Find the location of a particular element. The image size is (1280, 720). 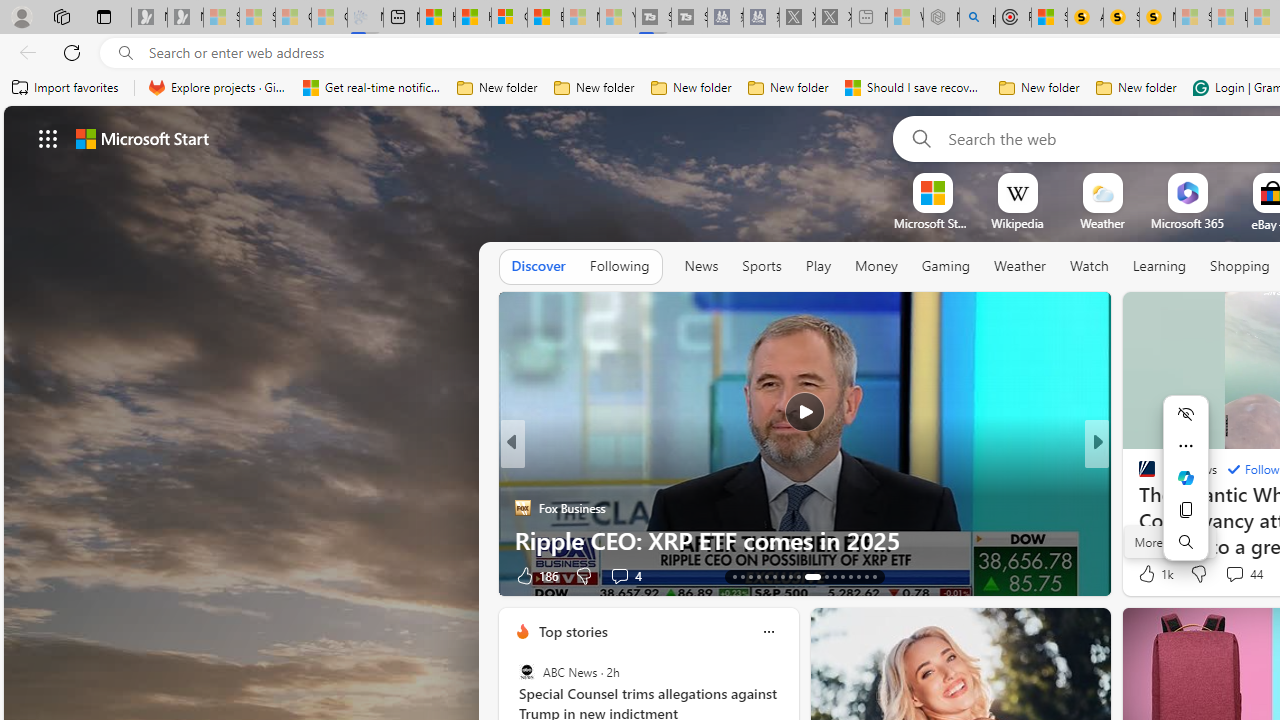

'ABC News' is located at coordinates (526, 672).